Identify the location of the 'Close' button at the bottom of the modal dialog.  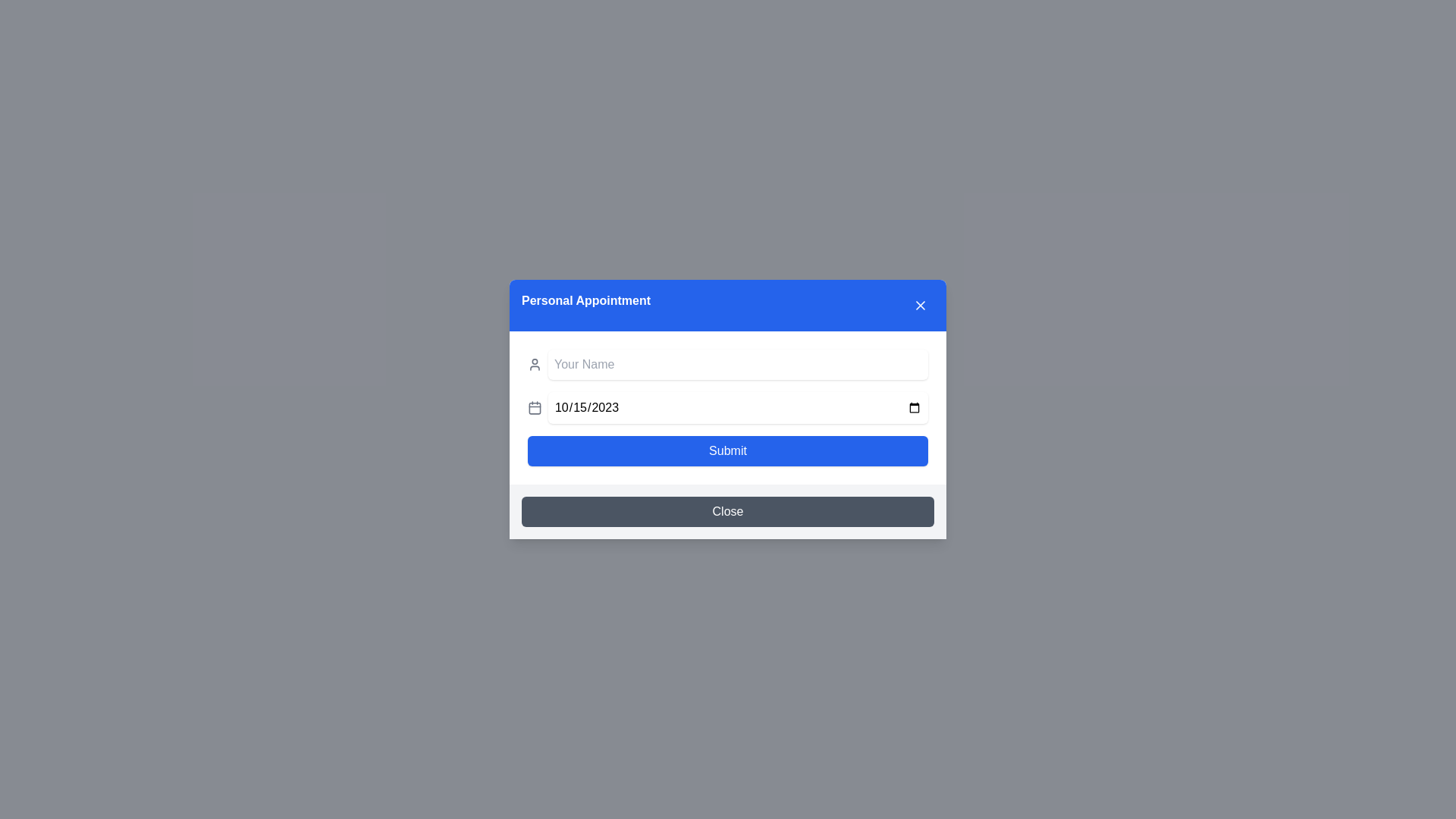
(728, 512).